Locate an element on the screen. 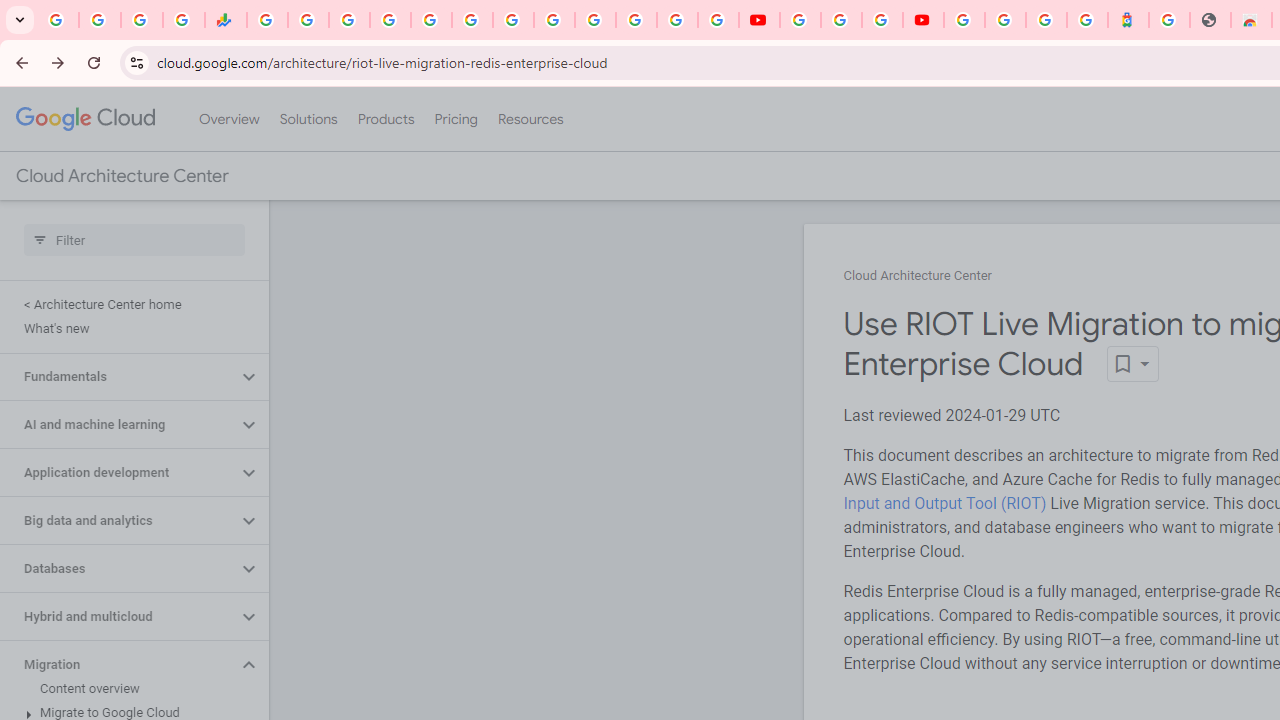  'What' is located at coordinates (129, 328).